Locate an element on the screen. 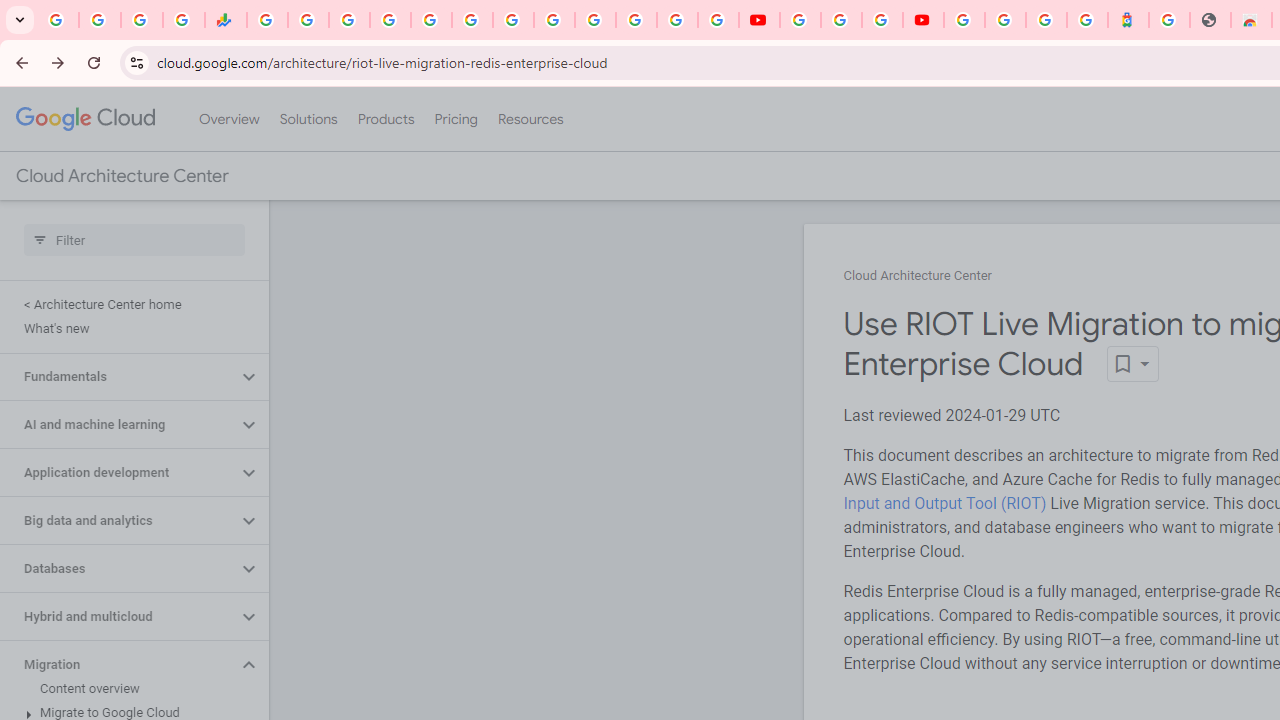  'What' is located at coordinates (129, 328).